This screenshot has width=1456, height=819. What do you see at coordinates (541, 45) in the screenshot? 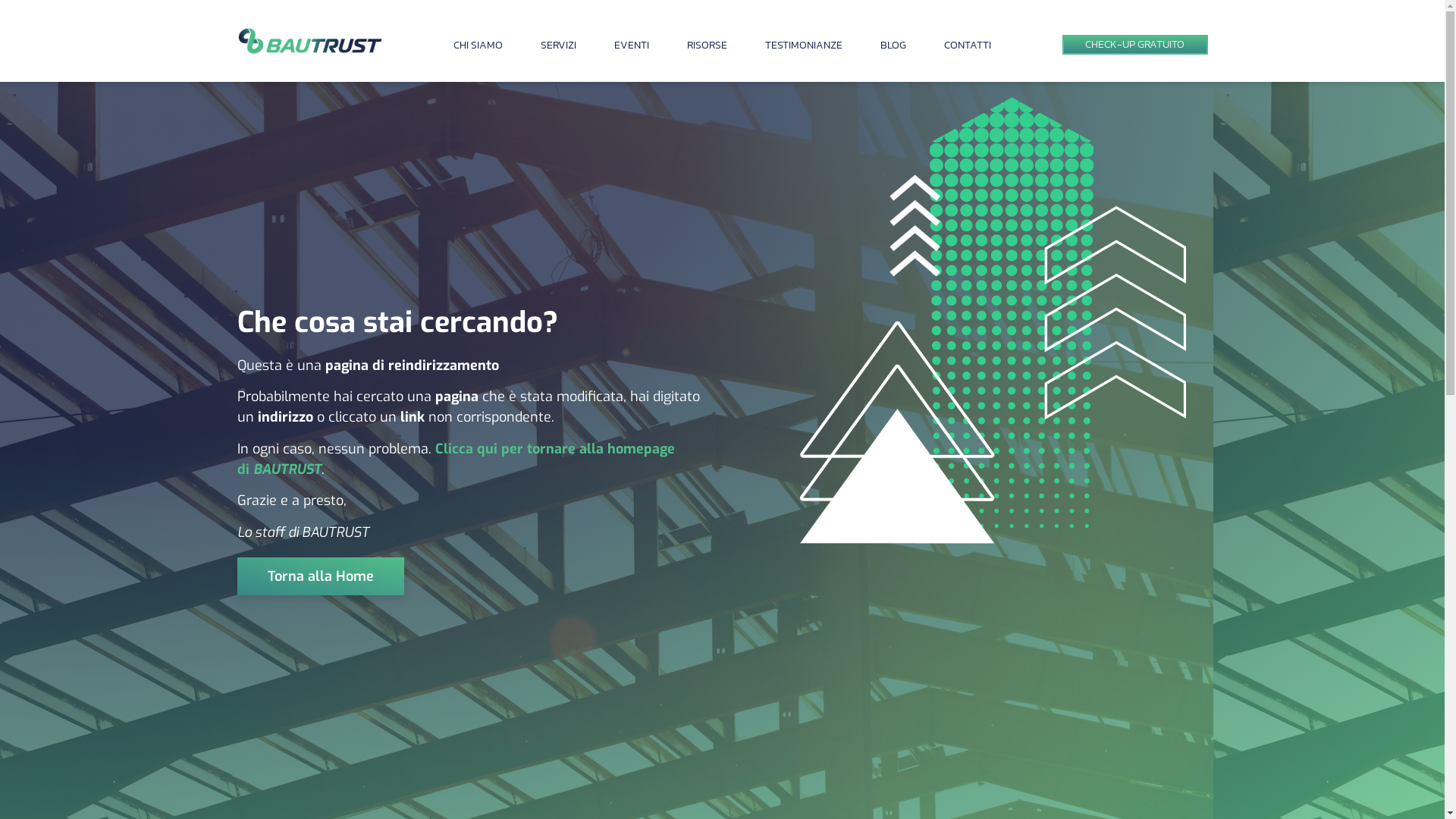
I see `'SERVIZI'` at bounding box center [541, 45].